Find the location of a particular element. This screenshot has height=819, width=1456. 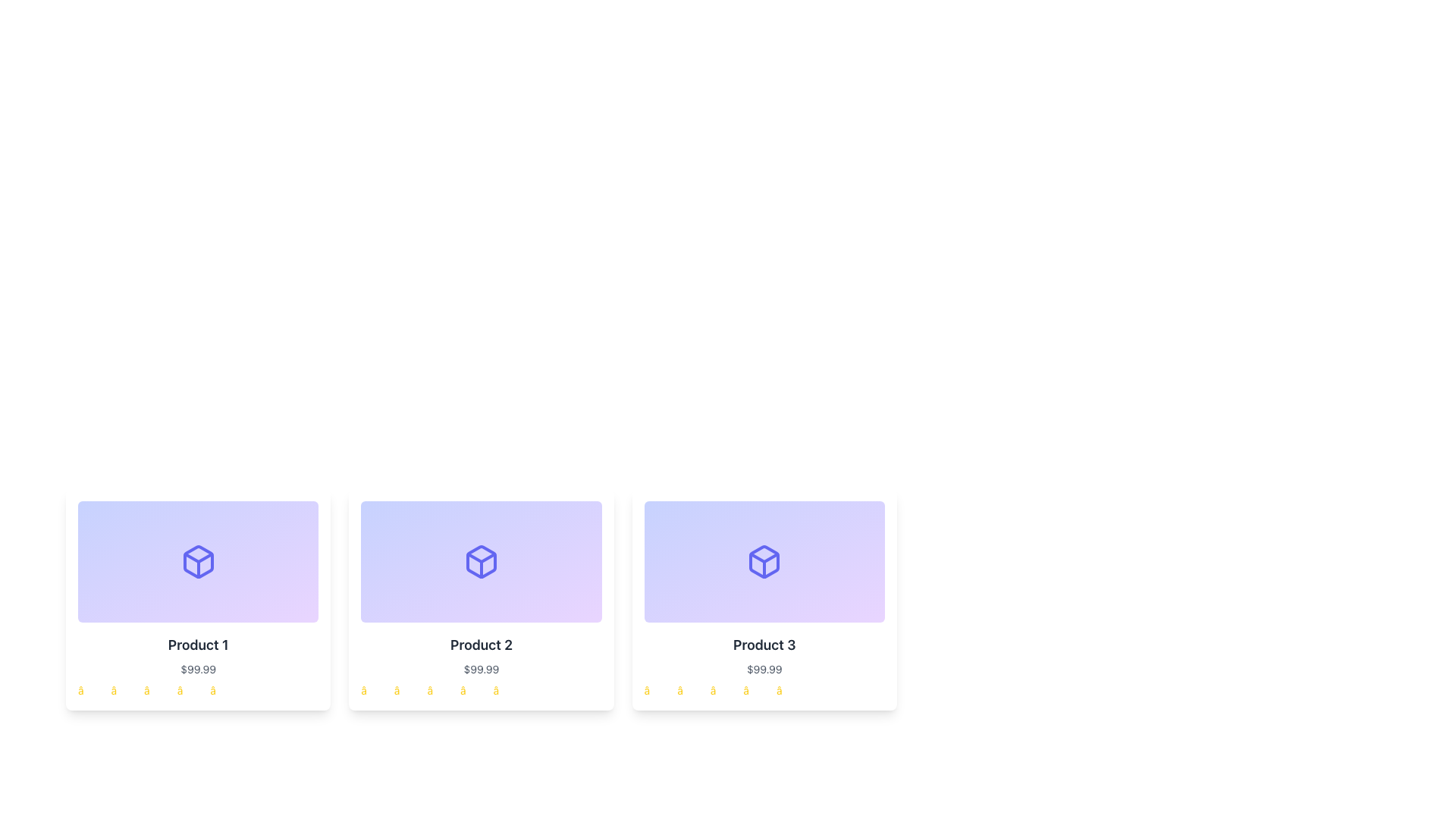

the title text label located in the middle of the first card of a three-card layout is located at coordinates (197, 645).